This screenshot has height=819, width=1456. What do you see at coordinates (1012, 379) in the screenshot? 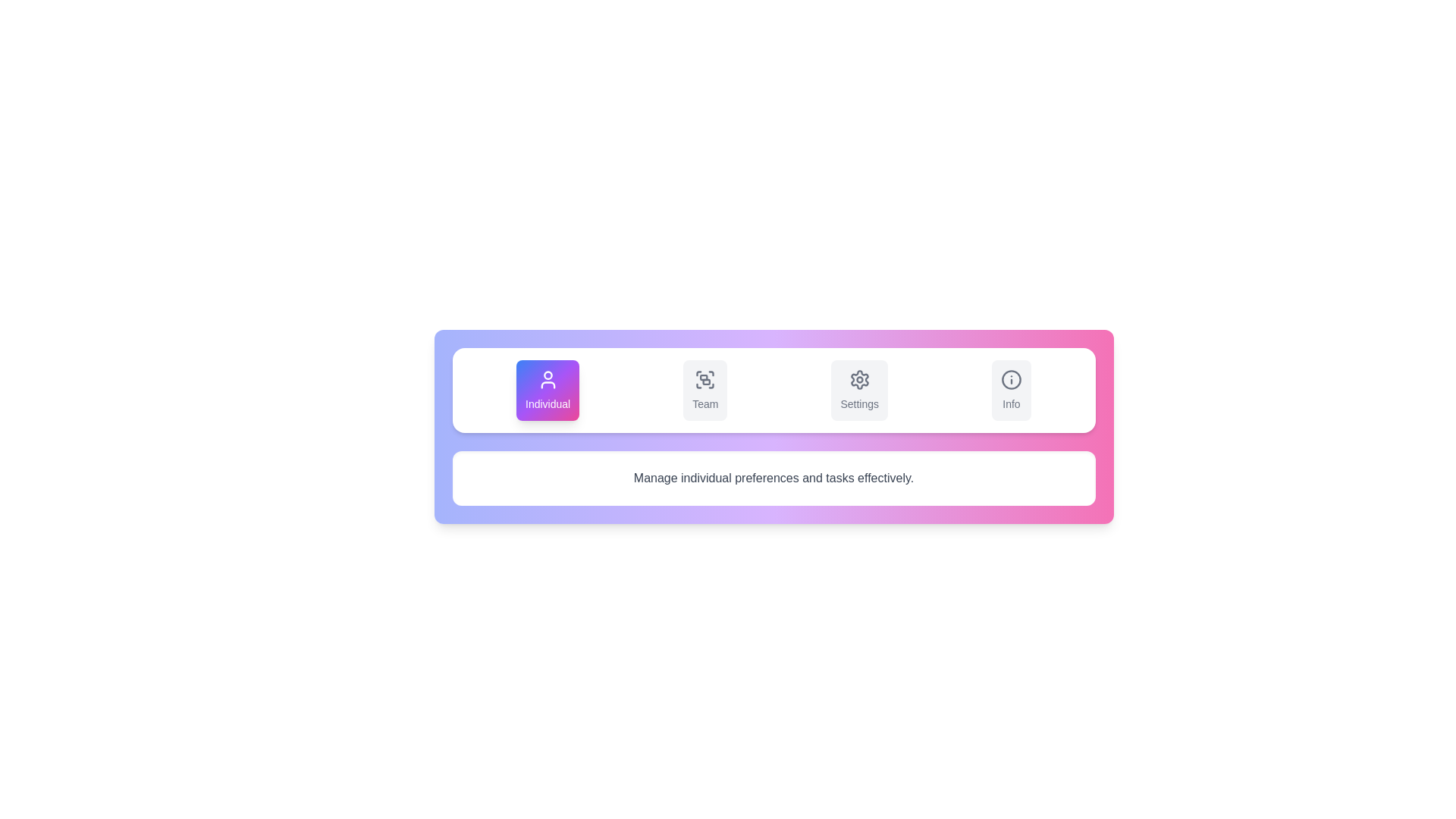
I see `the circular outline of the information icon located at the far-right of the top bar of buttons` at bounding box center [1012, 379].